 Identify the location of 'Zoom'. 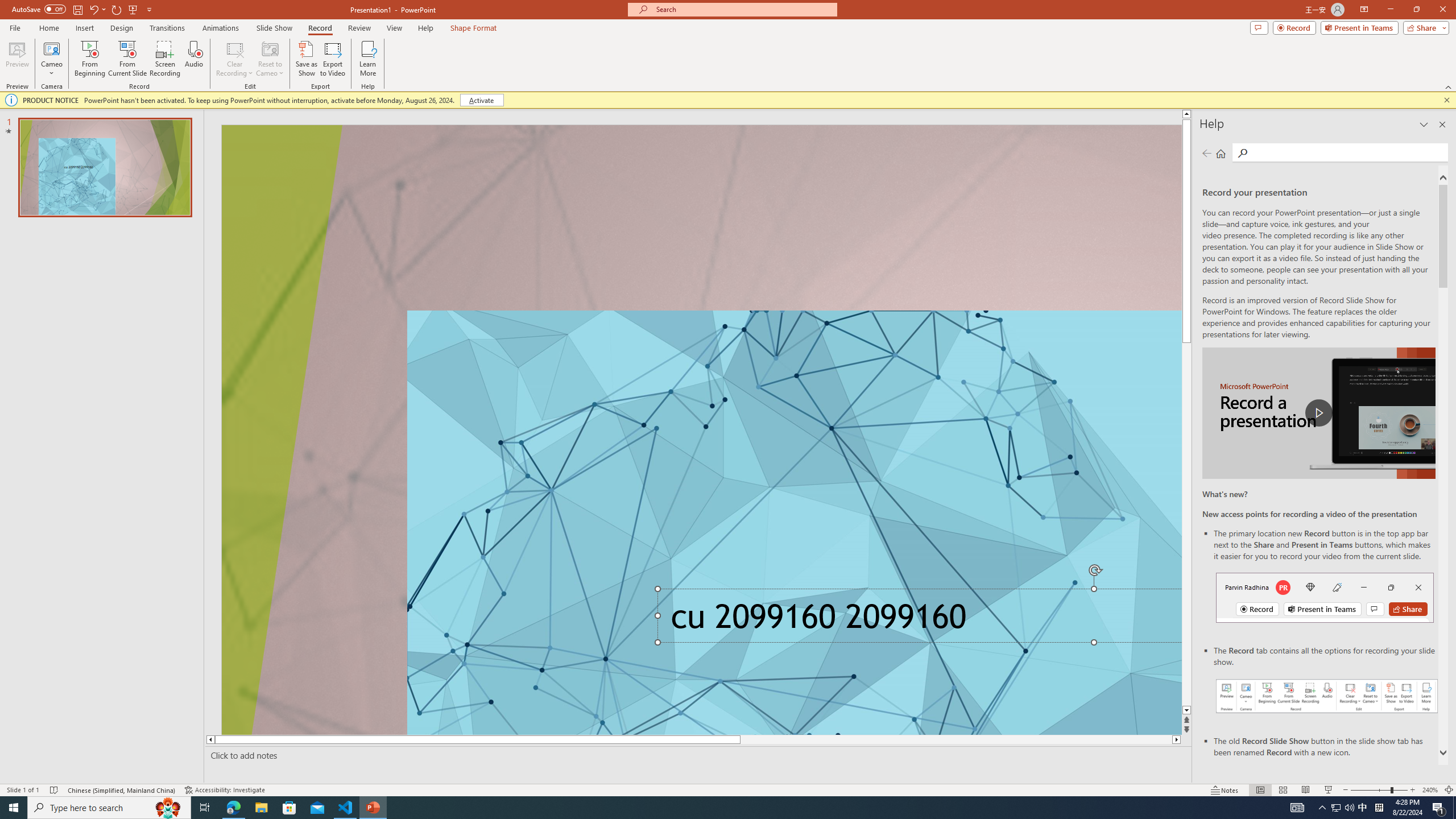
(1379, 790).